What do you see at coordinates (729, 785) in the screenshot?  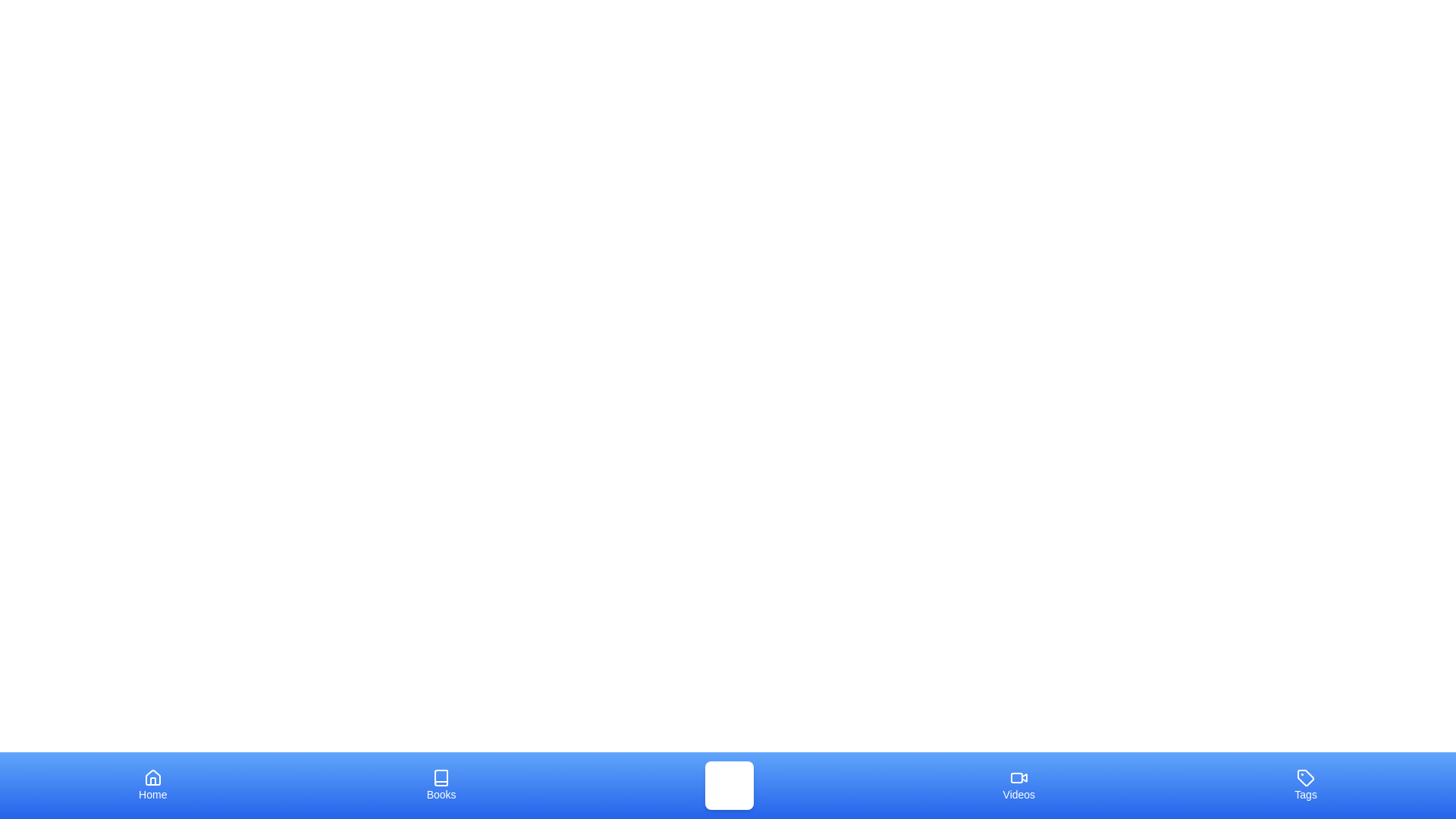 I see `the tab labeled Music` at bounding box center [729, 785].